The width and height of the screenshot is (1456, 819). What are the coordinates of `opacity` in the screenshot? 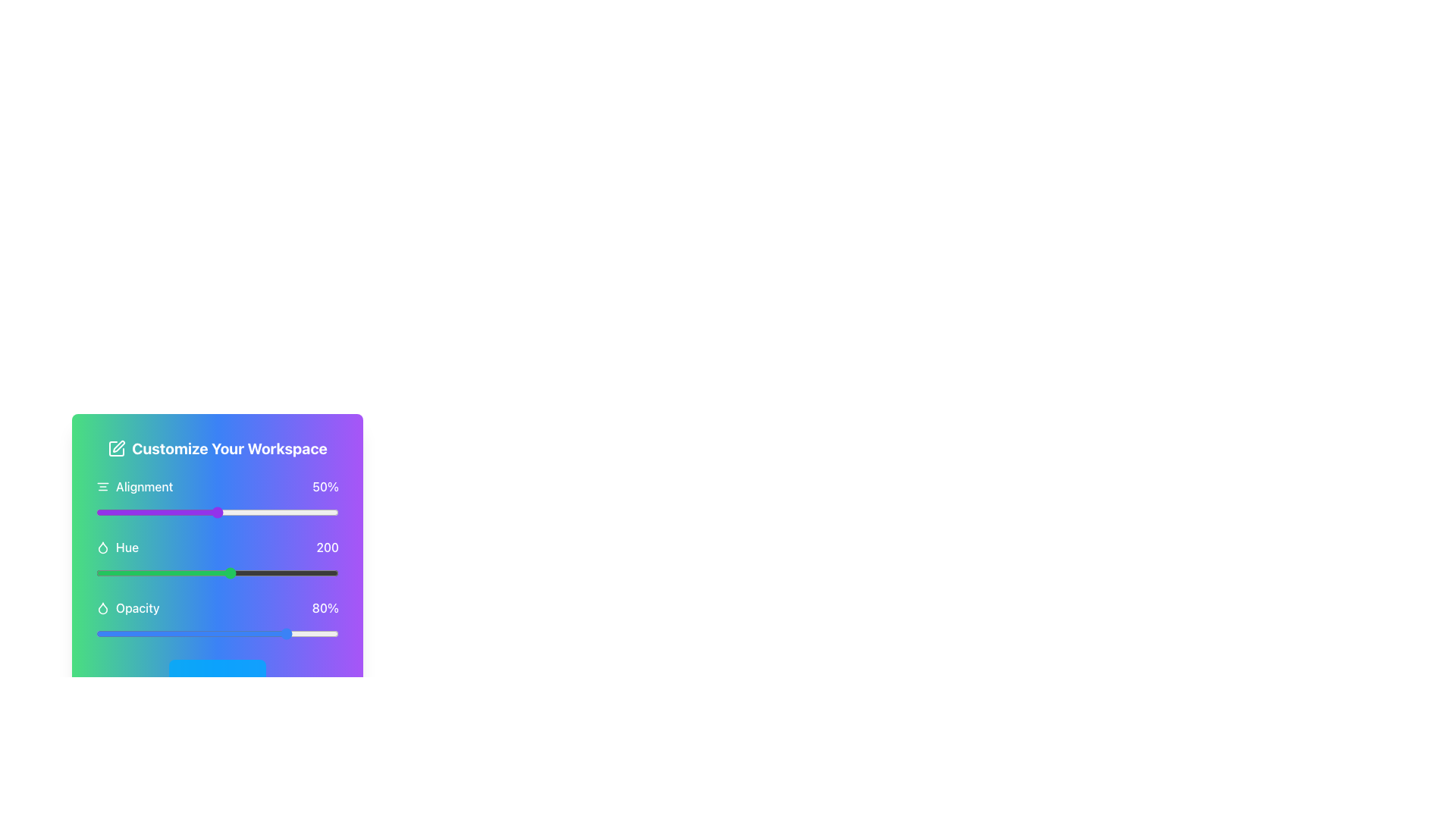 It's located at (219, 634).